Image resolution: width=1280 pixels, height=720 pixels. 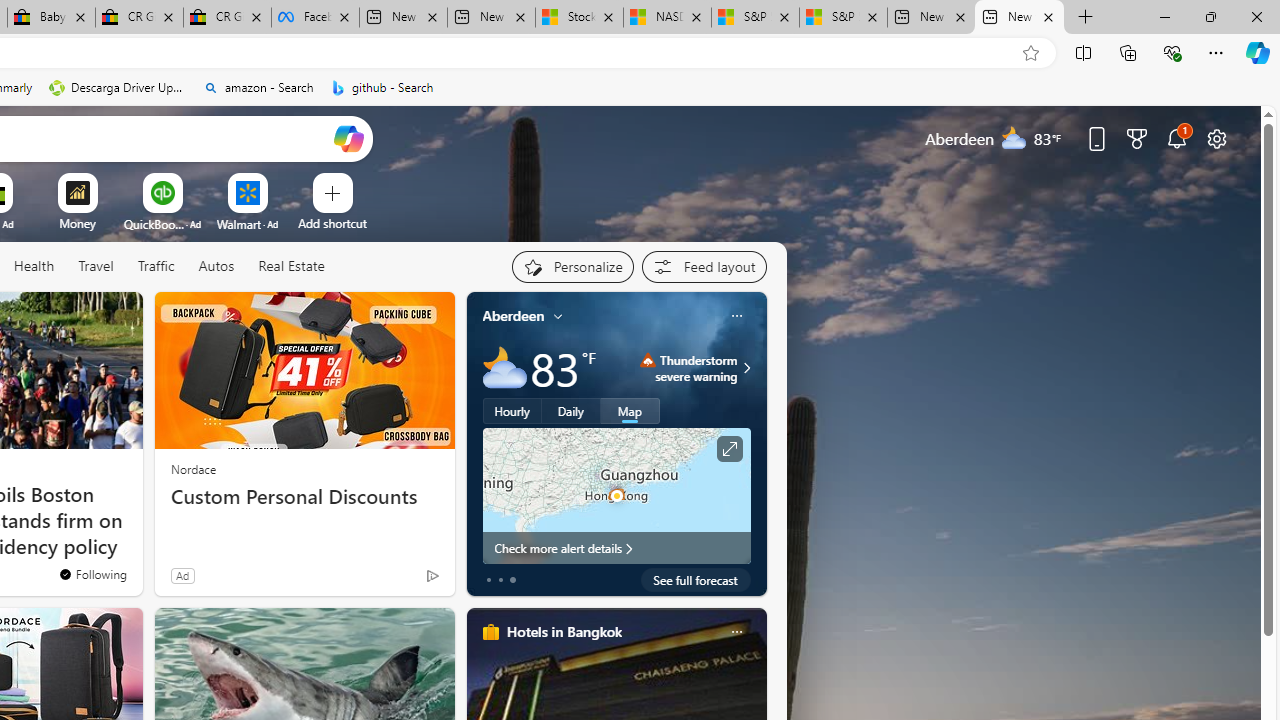 I want to click on 'amazon - Search', so click(x=257, y=87).